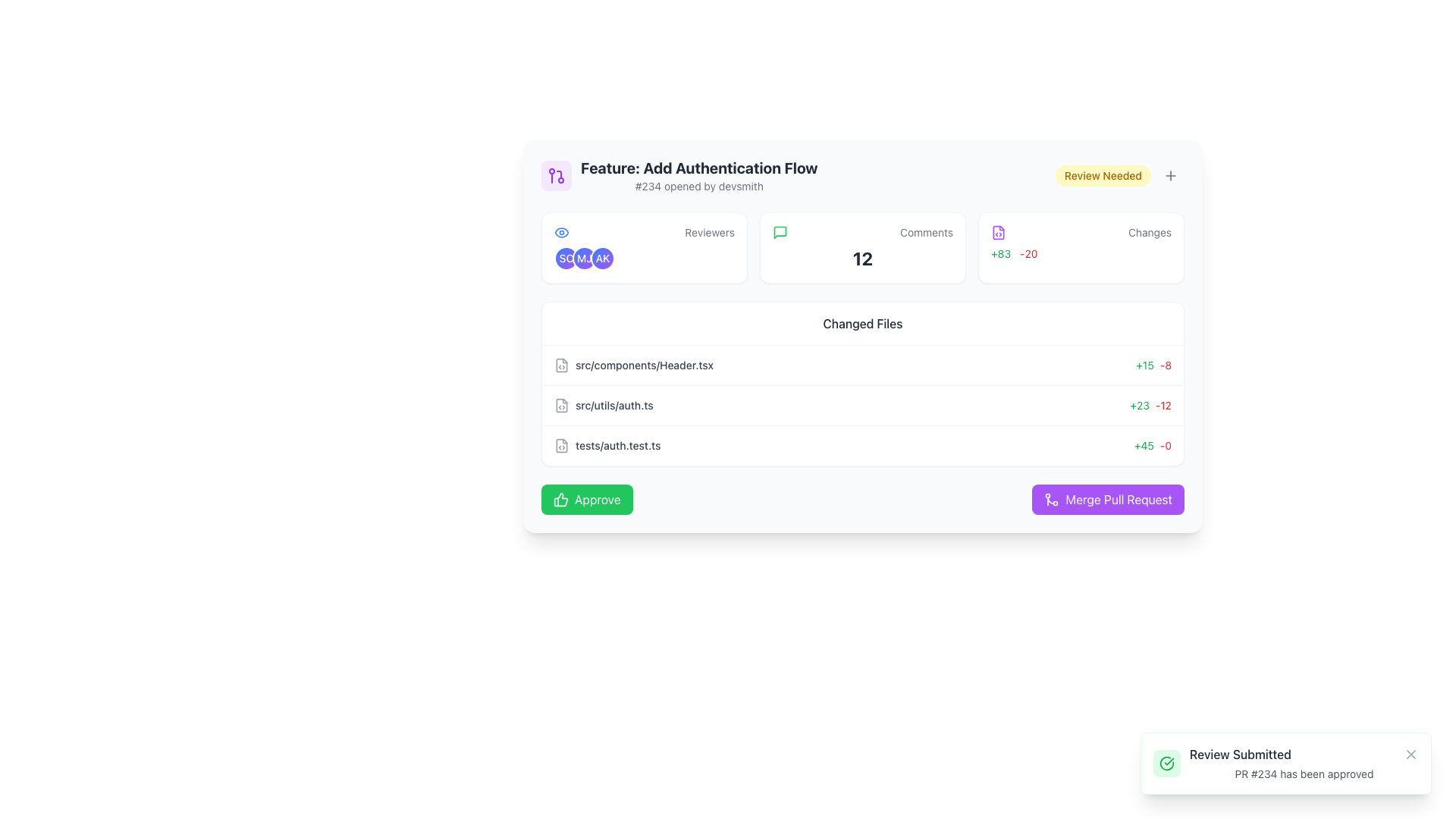  Describe the element at coordinates (1153, 366) in the screenshot. I see `the text element displaying '+15-8' in the rightmost column of the file list for 'src/components/Header.tsx'` at that location.